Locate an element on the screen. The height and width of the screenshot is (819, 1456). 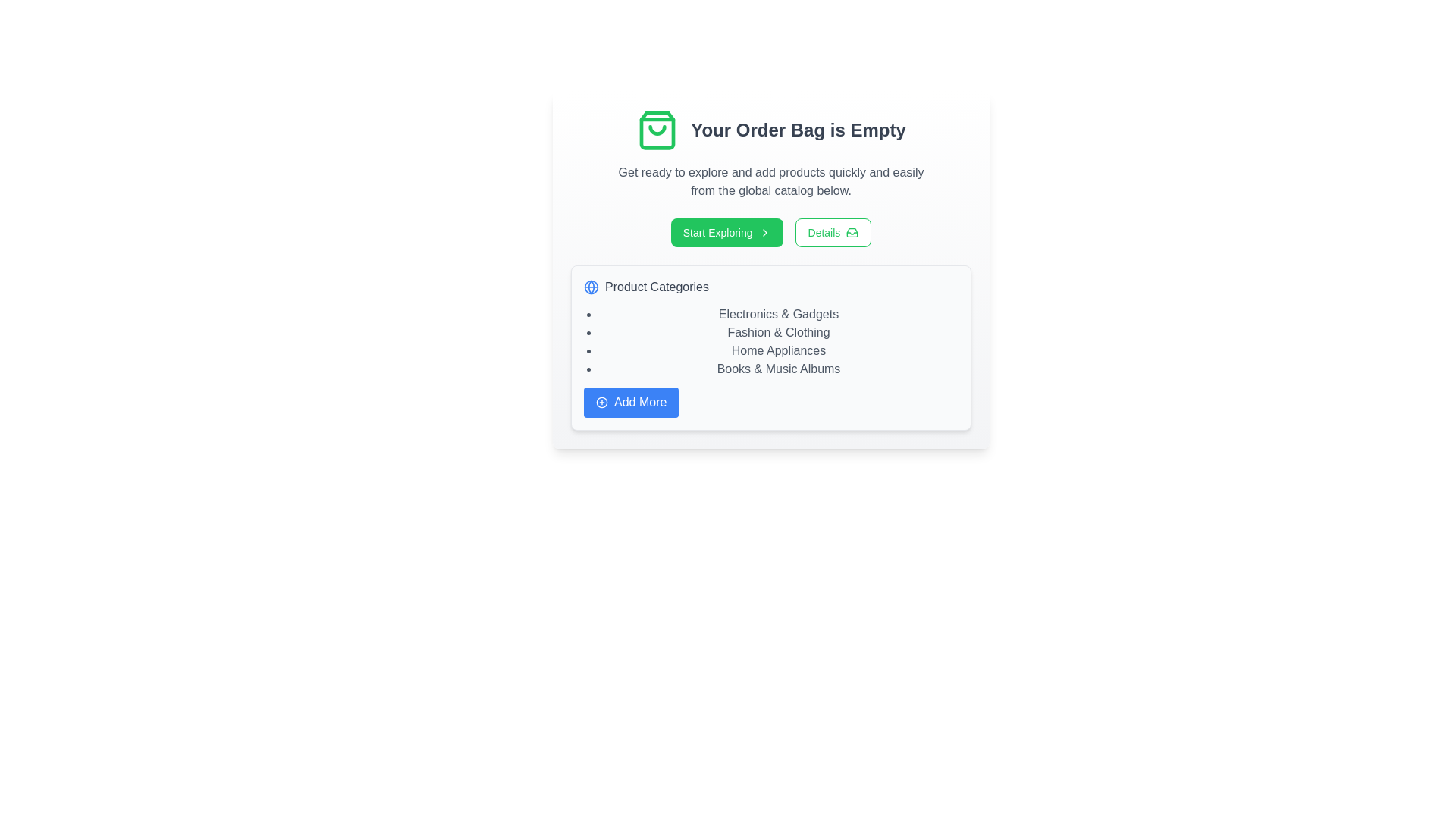
guiding text located beneath the heading 'Your Order Bag is Empty,' which provides information on exploring and adding products from a catalog is located at coordinates (771, 180).